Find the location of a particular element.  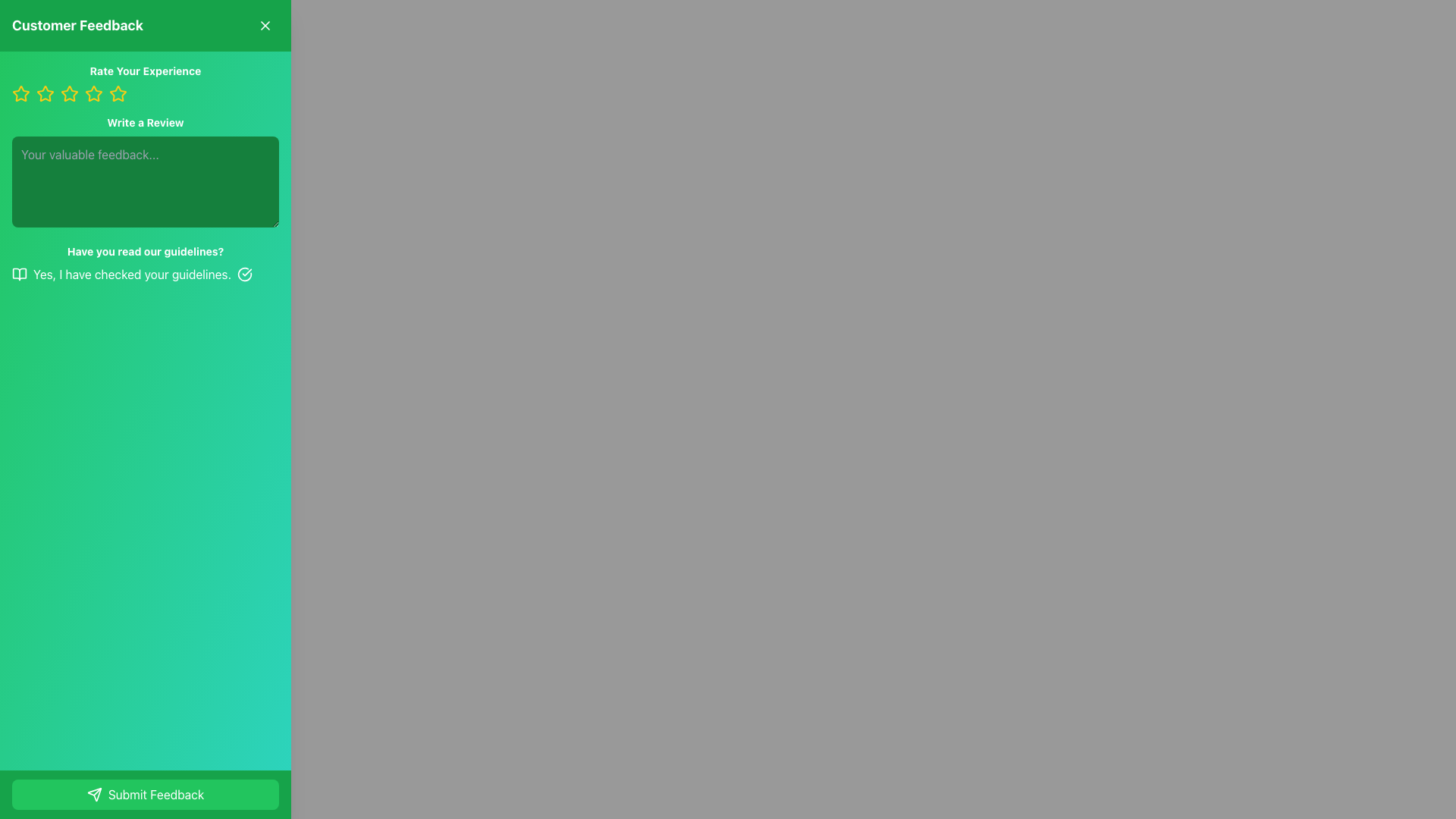

the fifth star-shaped rating icon with a yellow outline under the 'Rate Your Experience' section is located at coordinates (118, 93).